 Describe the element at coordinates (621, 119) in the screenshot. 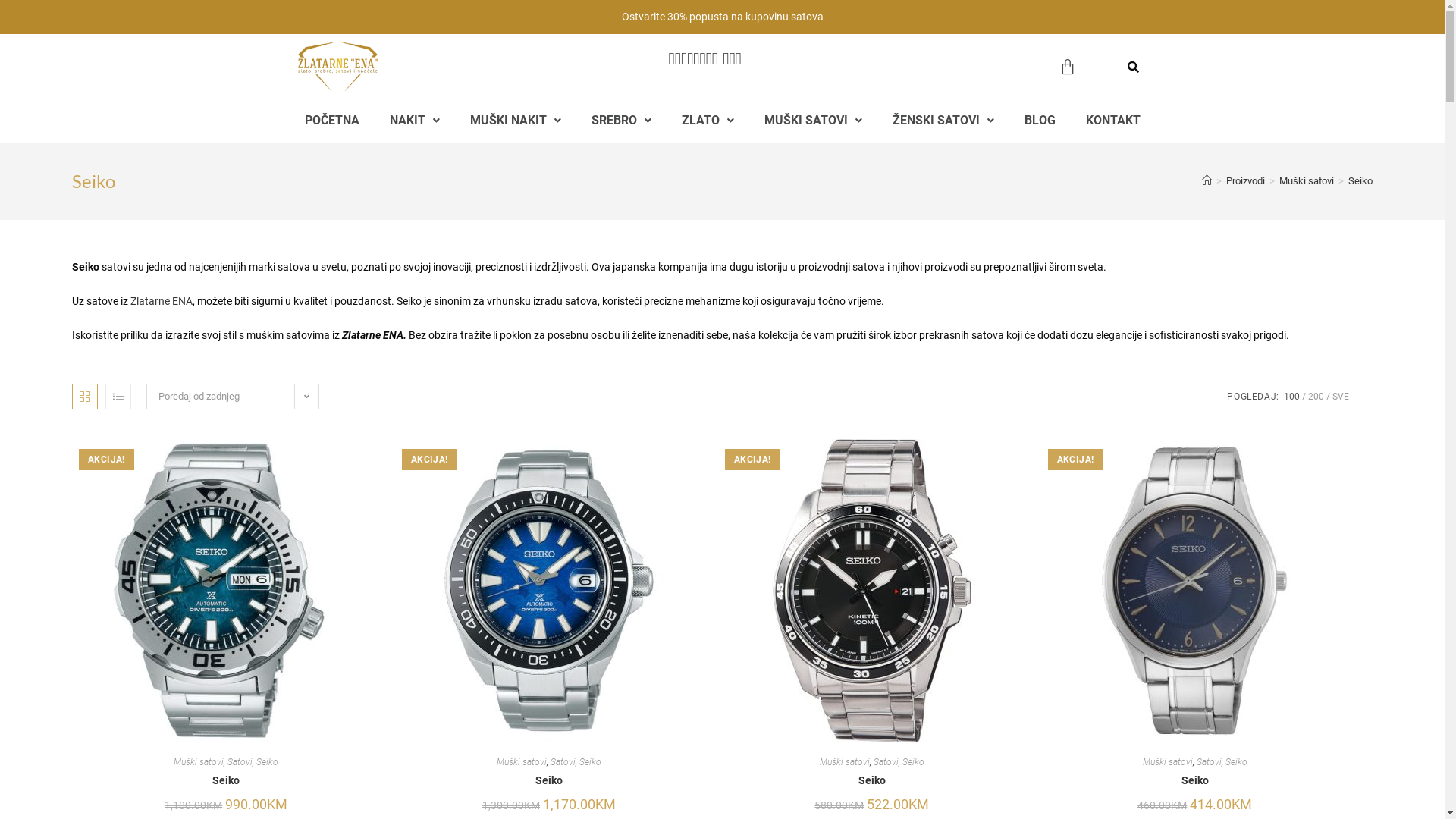

I see `'SREBRO'` at that location.